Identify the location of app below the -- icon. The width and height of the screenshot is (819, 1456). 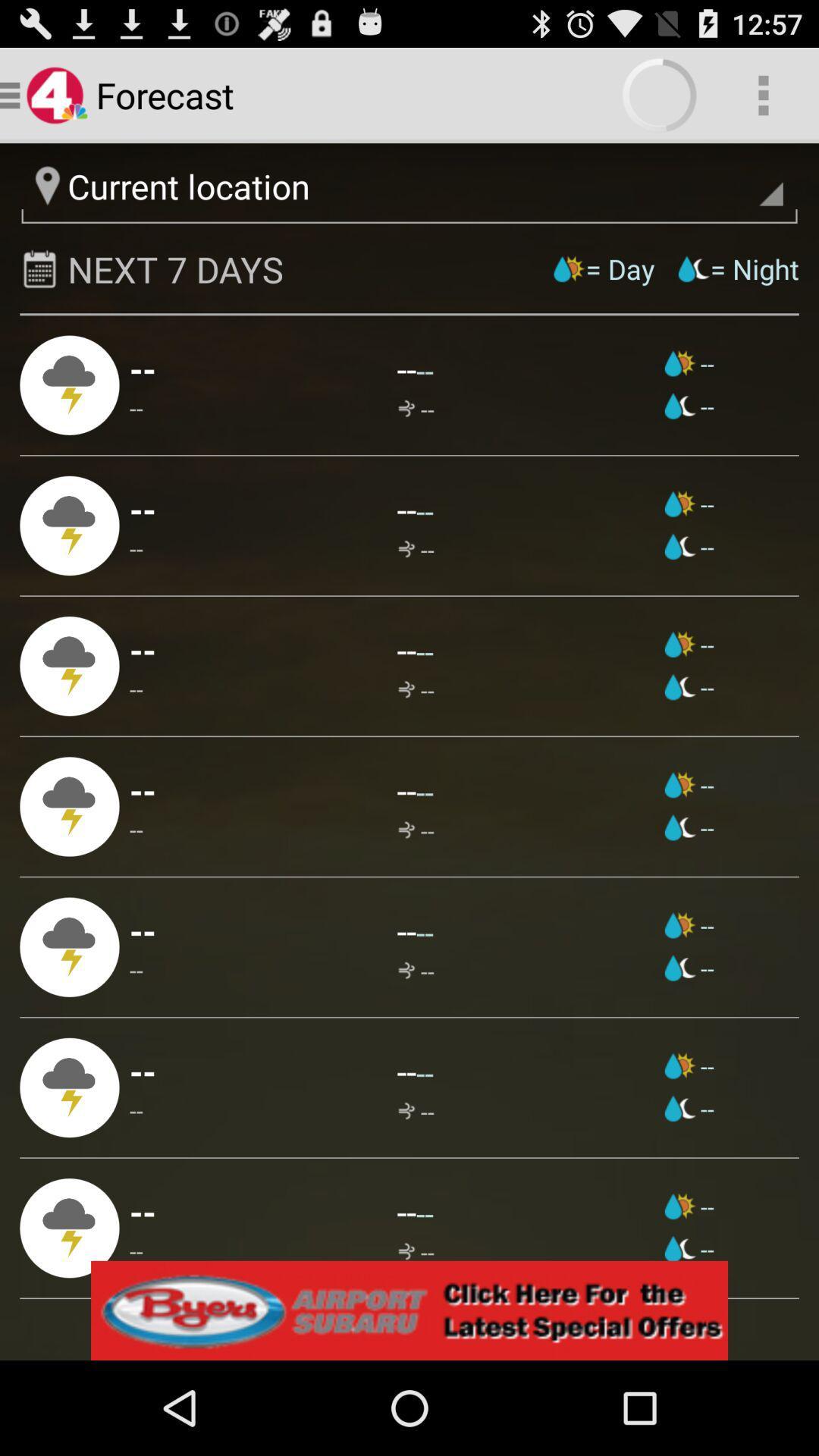
(136, 1250).